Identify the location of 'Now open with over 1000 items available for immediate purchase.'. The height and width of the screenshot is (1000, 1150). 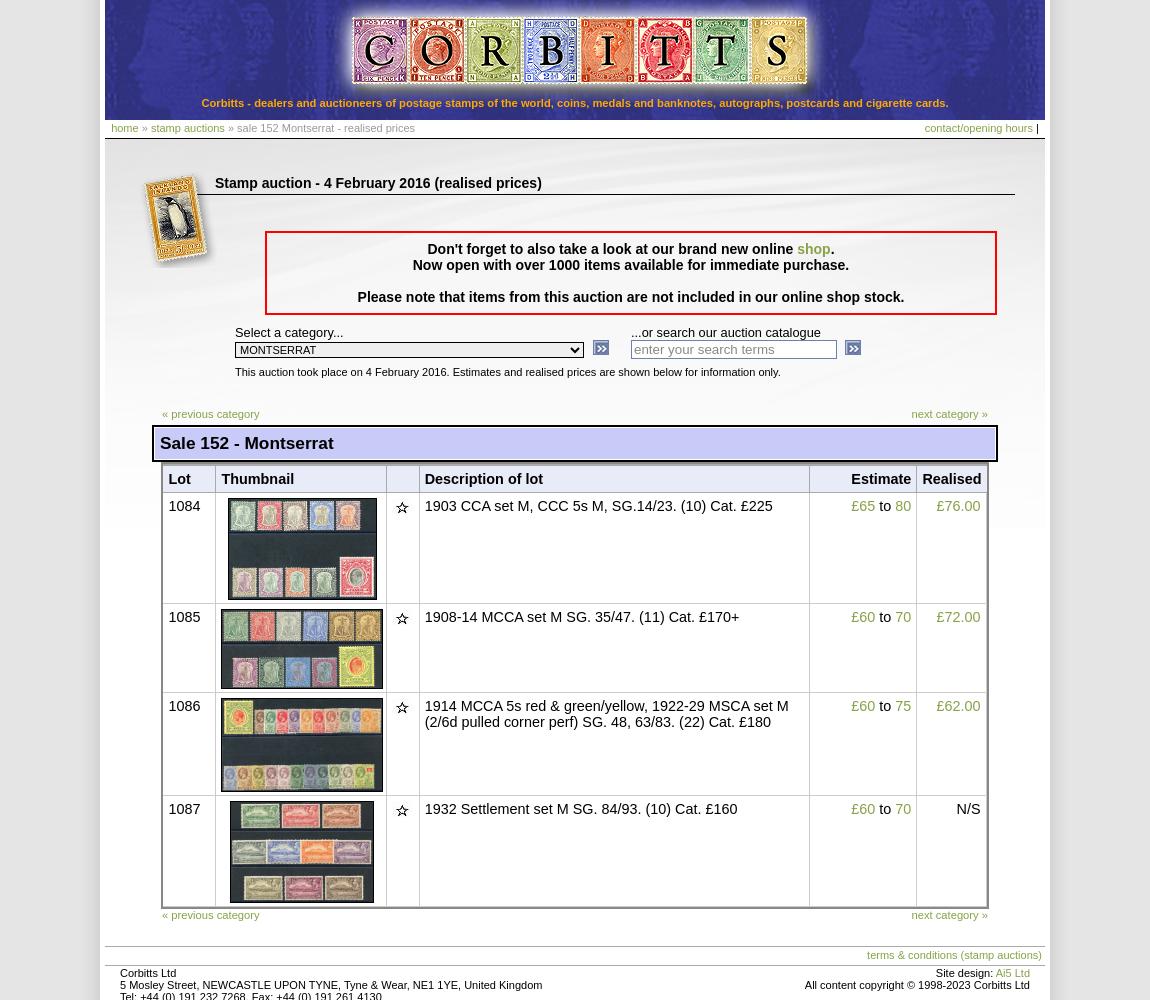
(629, 265).